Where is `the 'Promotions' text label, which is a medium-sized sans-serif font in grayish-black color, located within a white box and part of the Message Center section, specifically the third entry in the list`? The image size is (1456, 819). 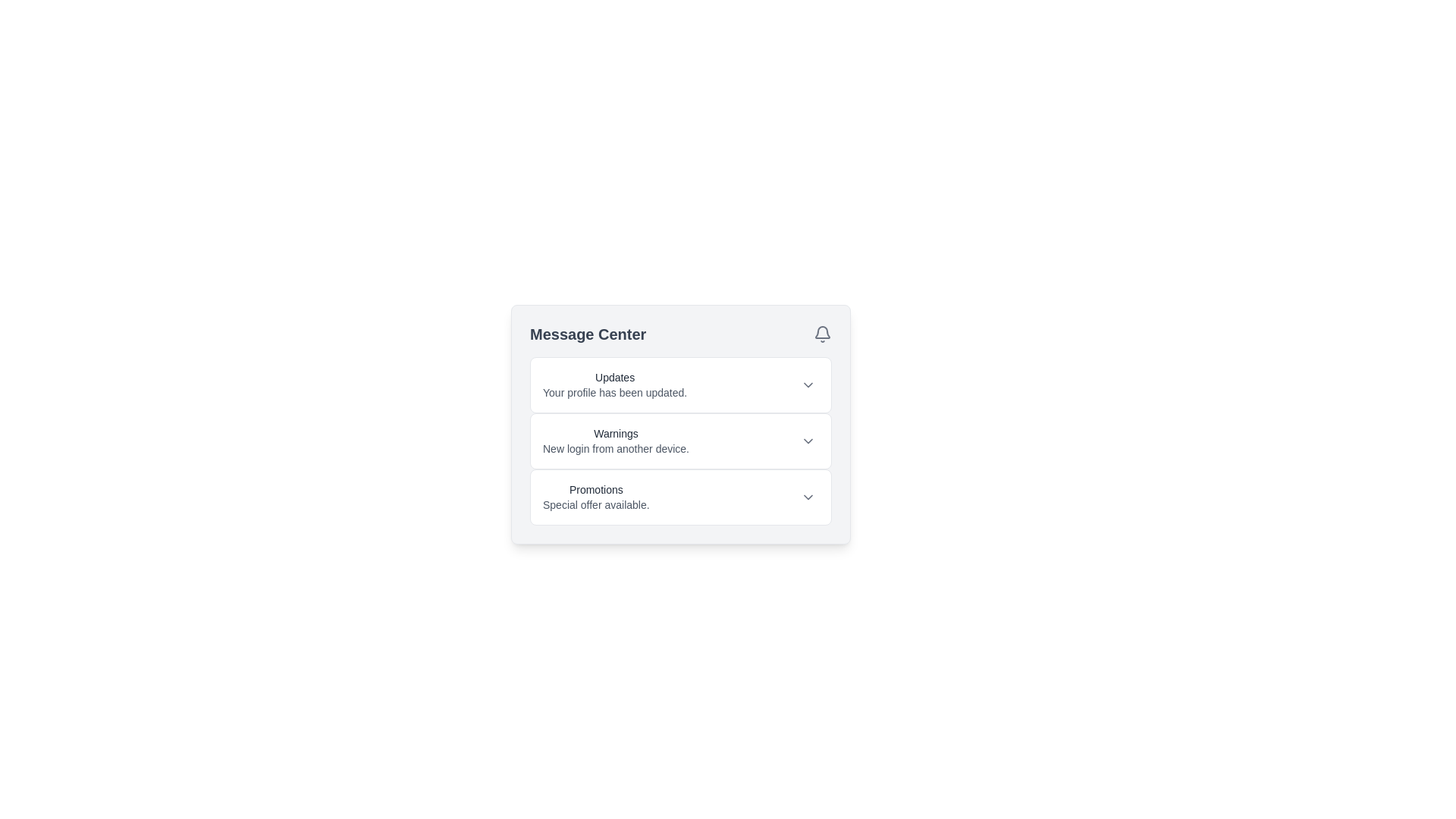 the 'Promotions' text label, which is a medium-sized sans-serif font in grayish-black color, located within a white box and part of the Message Center section, specifically the third entry in the list is located at coordinates (595, 489).